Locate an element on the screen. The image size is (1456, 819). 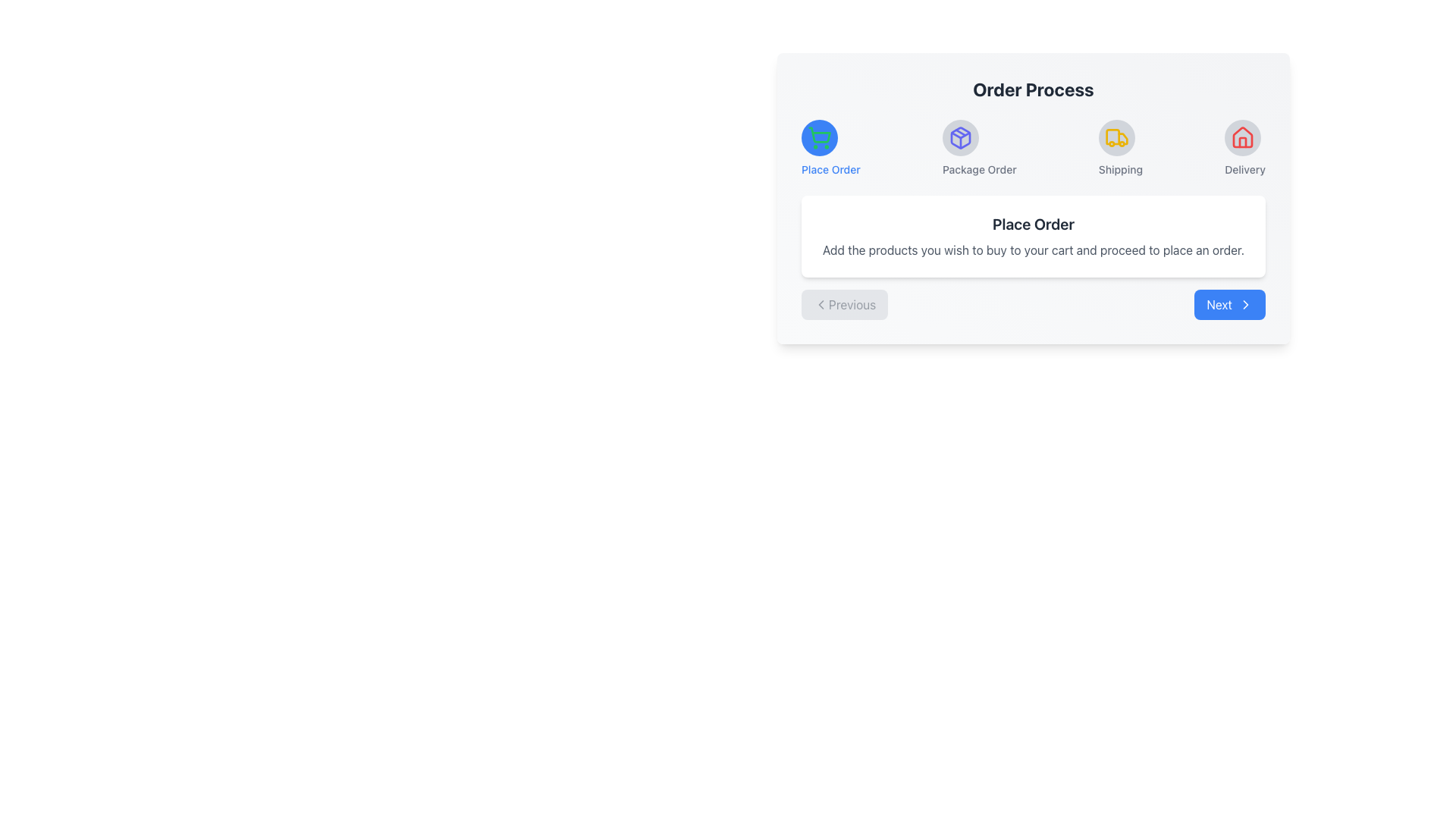
the 3D package-like SVG icon that is part of the 'Package Order' step in the step-by-step order process interface is located at coordinates (960, 137).